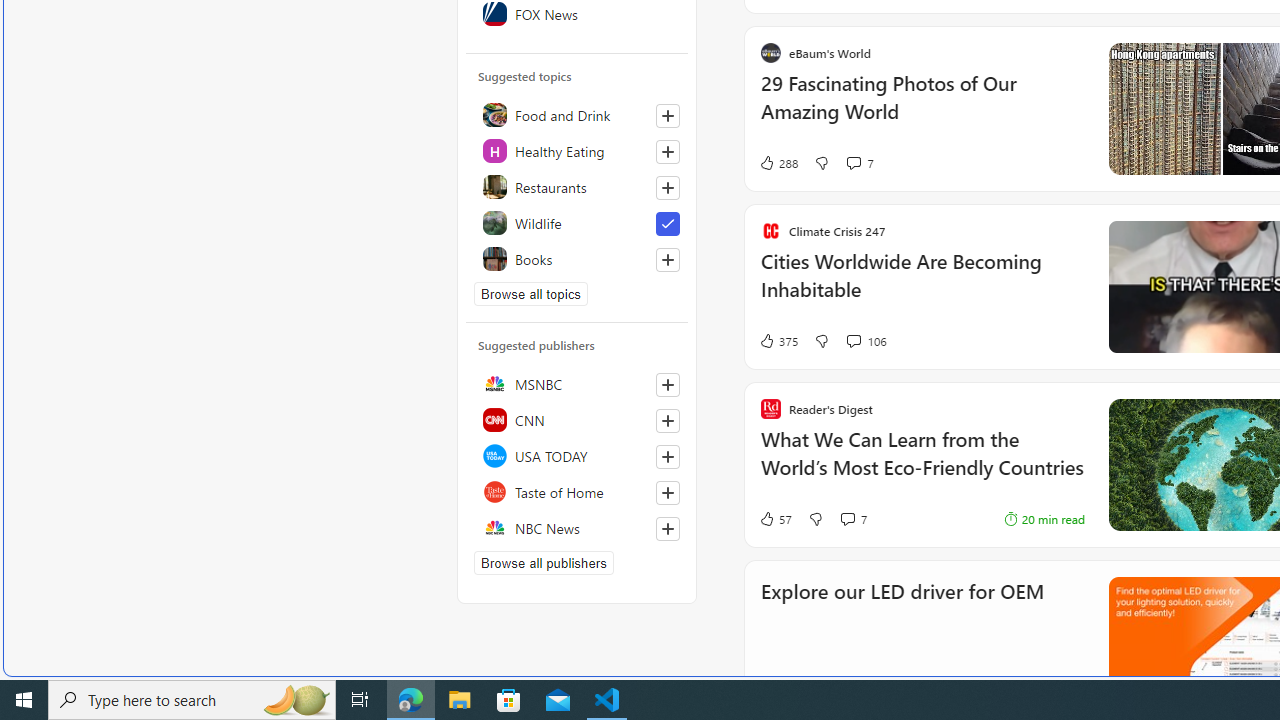 The width and height of the screenshot is (1280, 720). I want to click on 'Healthy Eating', so click(576, 149).